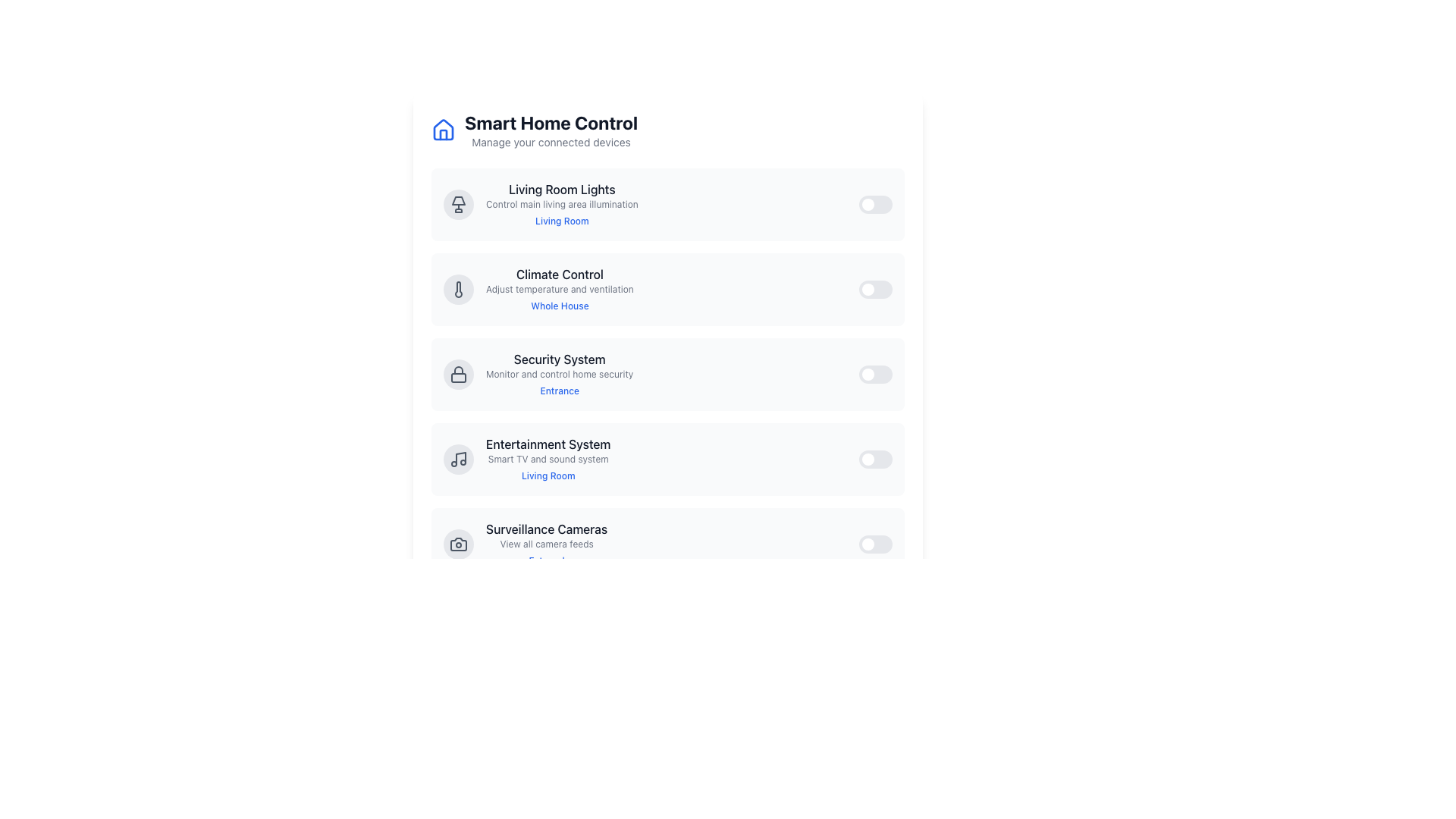 This screenshot has height=819, width=1456. What do you see at coordinates (457, 289) in the screenshot?
I see `the Climate Control icon located in the second row of the list items within the Climate Control section, which represents temperature adjustment and ventilation` at bounding box center [457, 289].